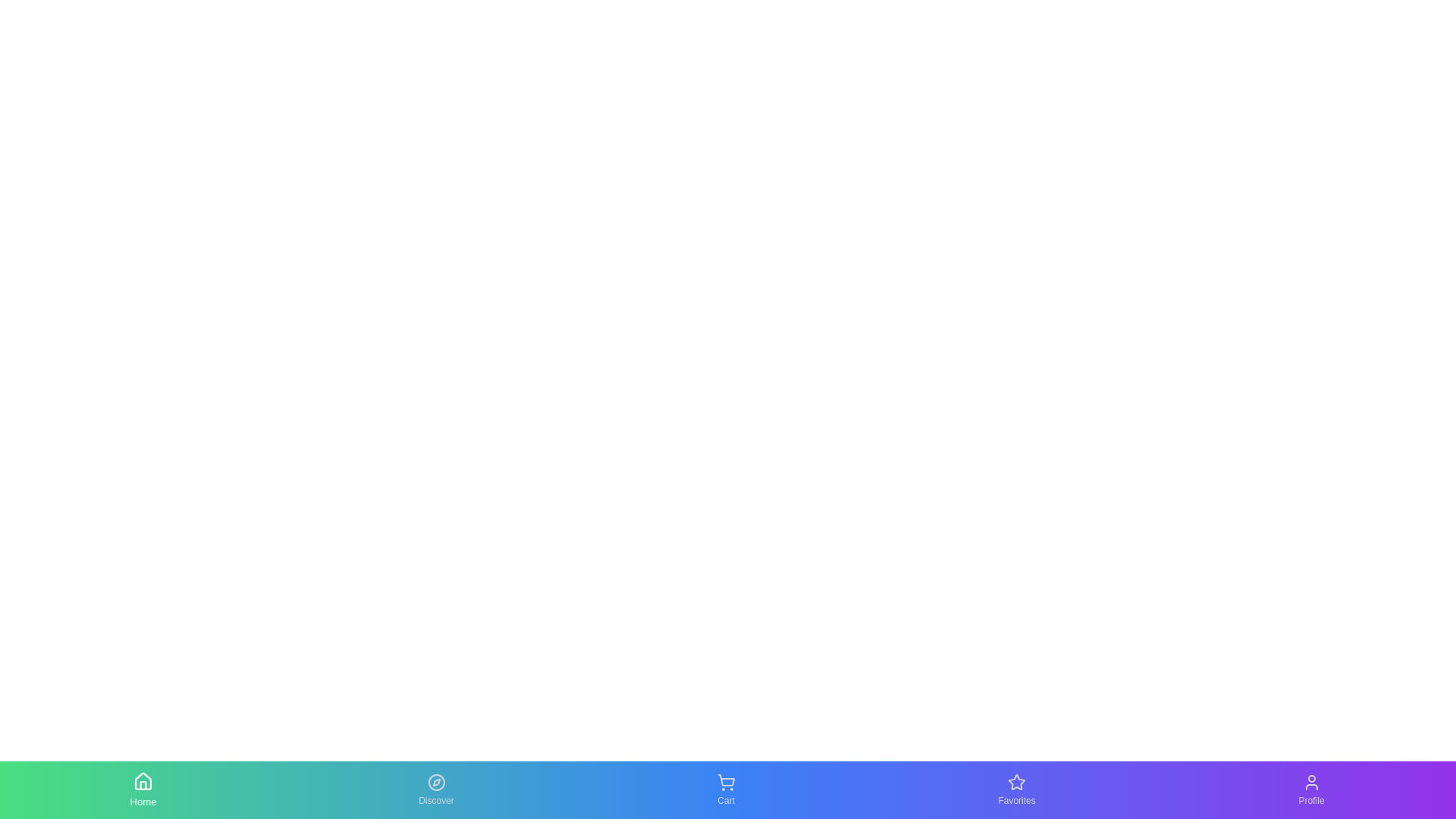  Describe the element at coordinates (1016, 789) in the screenshot. I see `the Favorites tab by clicking on its icon or label` at that location.